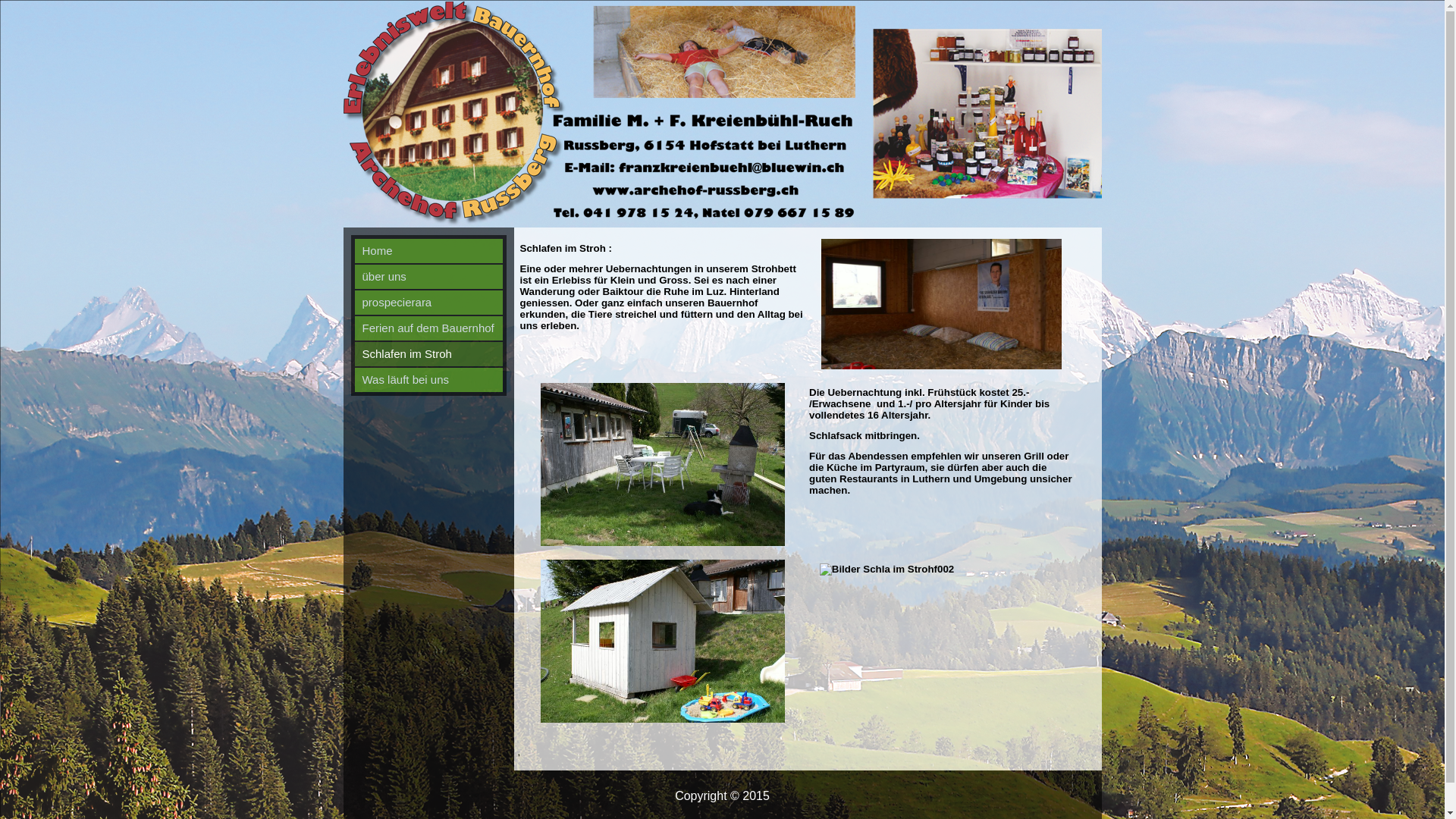  What do you see at coordinates (353, 302) in the screenshot?
I see `'prospecierara'` at bounding box center [353, 302].